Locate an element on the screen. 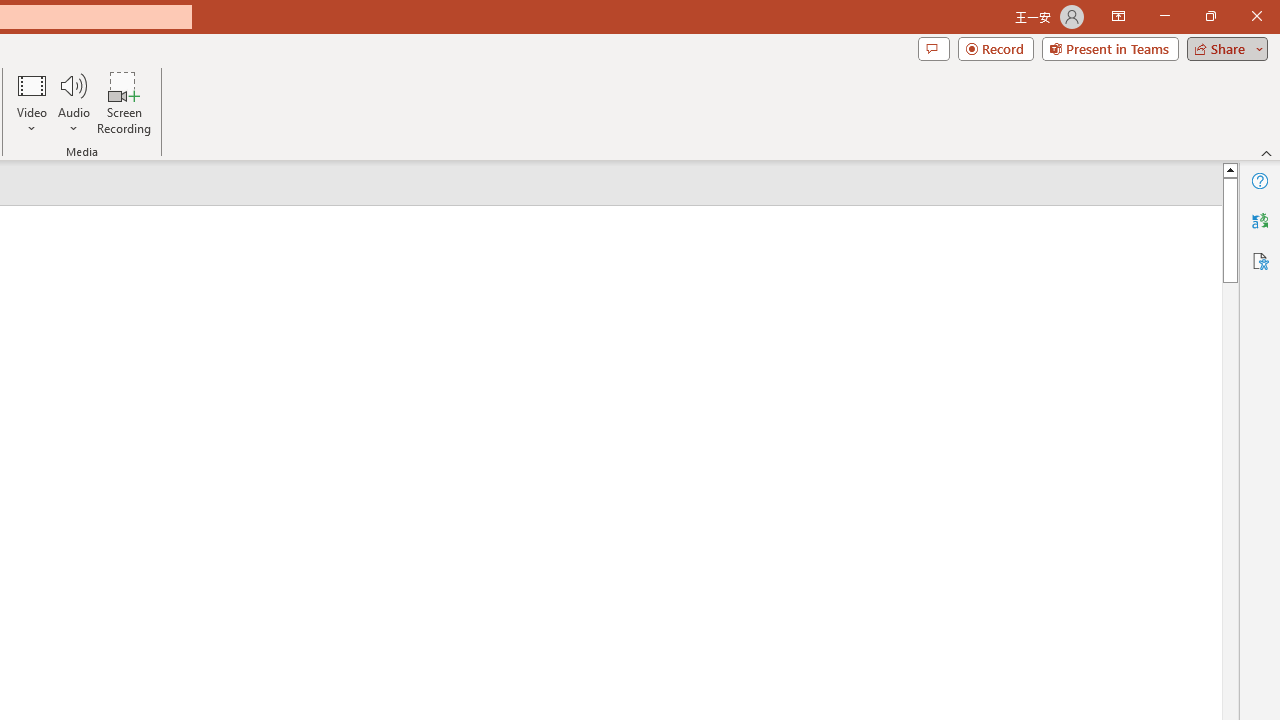 The width and height of the screenshot is (1280, 720). 'Restore Down' is located at coordinates (1209, 16).